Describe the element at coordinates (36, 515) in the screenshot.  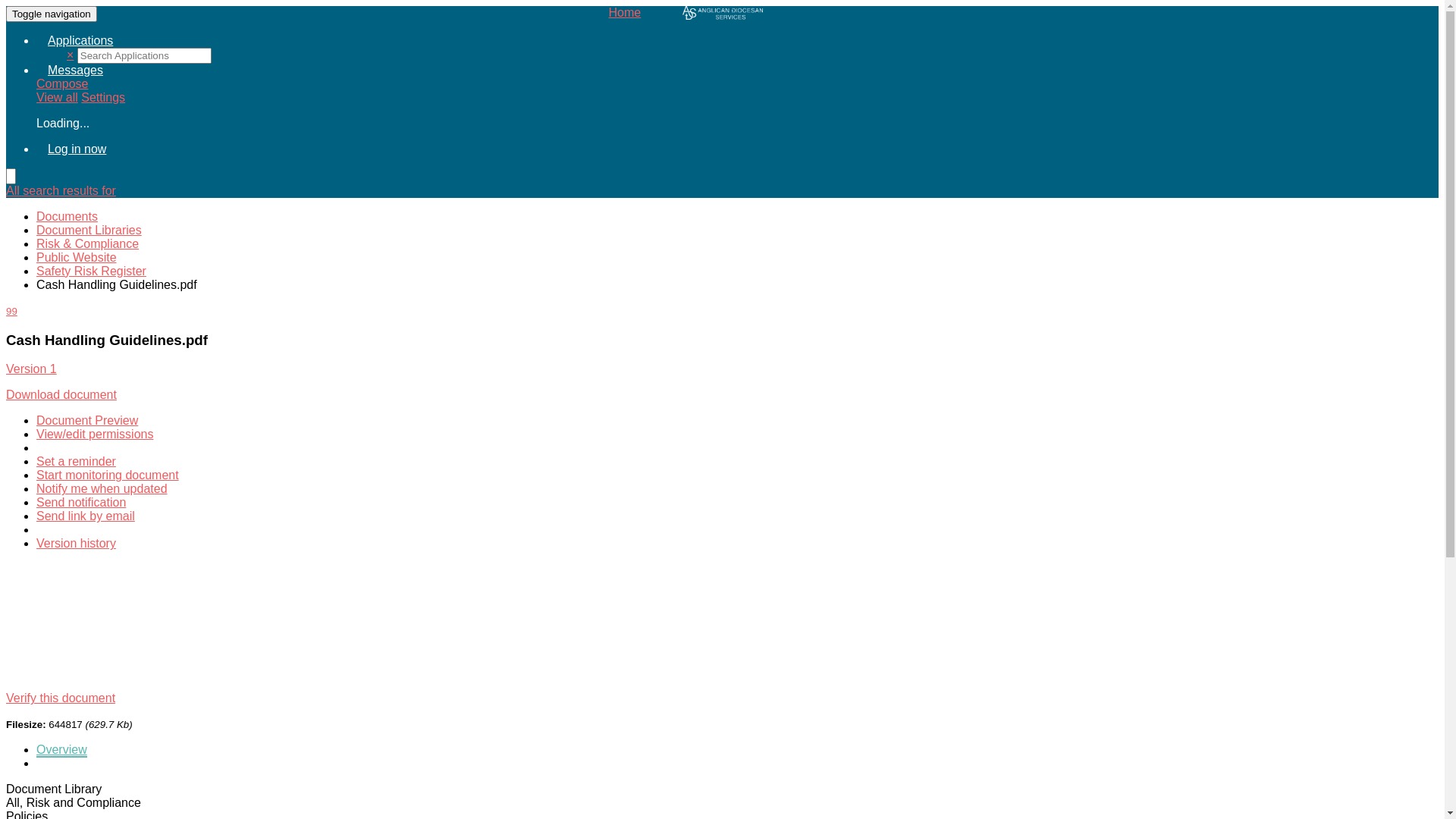
I see `'Send link by email'` at that location.